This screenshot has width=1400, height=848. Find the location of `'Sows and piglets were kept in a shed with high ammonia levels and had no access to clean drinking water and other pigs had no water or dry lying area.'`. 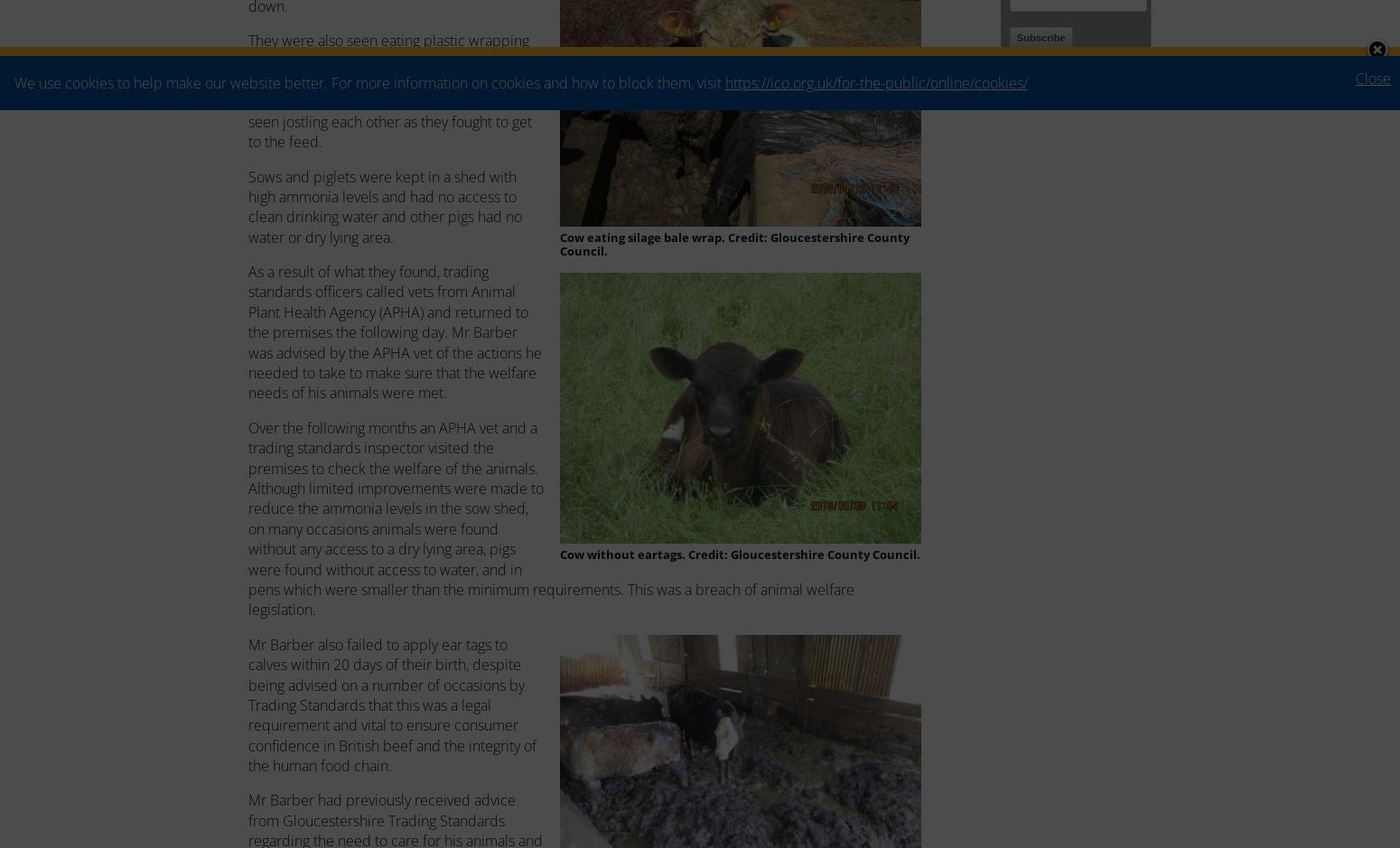

'Sows and piglets were kept in a shed with high ammonia levels and had no access to clean drinking water and other pigs had no water or dry lying area.' is located at coordinates (385, 206).